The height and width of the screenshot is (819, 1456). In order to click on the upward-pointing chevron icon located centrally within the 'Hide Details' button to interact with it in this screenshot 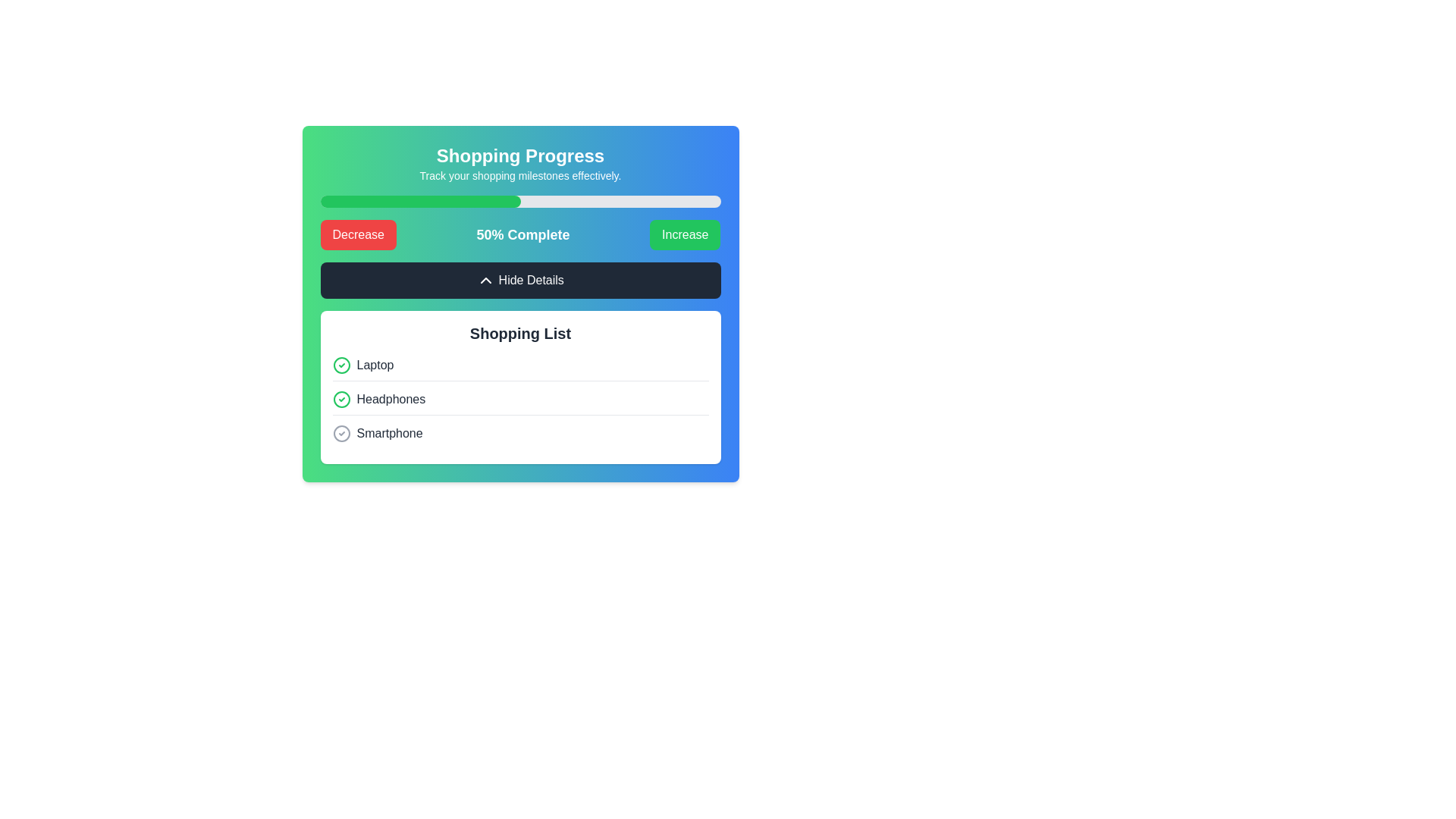, I will do `click(486, 281)`.